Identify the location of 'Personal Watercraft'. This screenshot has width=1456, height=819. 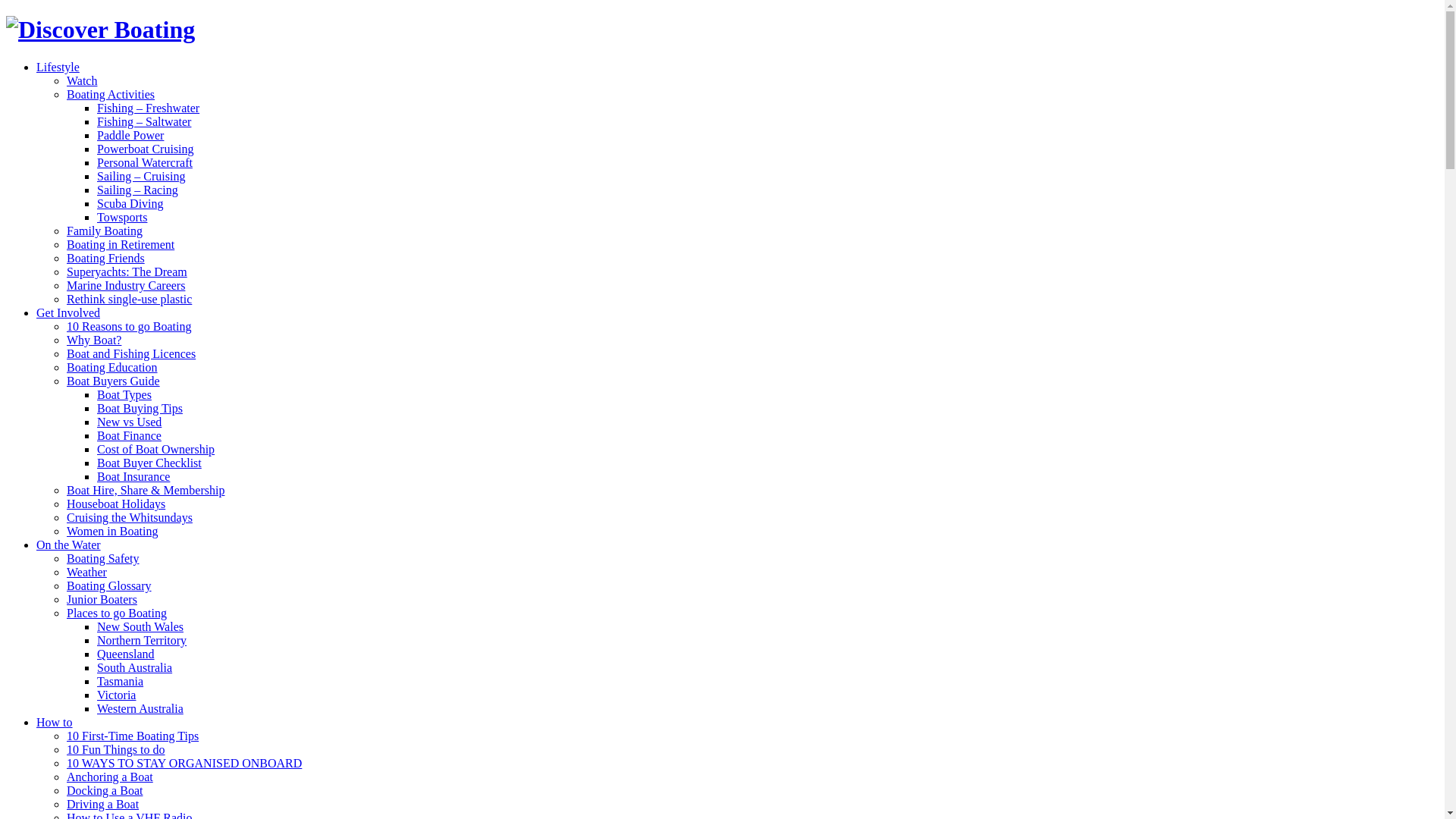
(145, 162).